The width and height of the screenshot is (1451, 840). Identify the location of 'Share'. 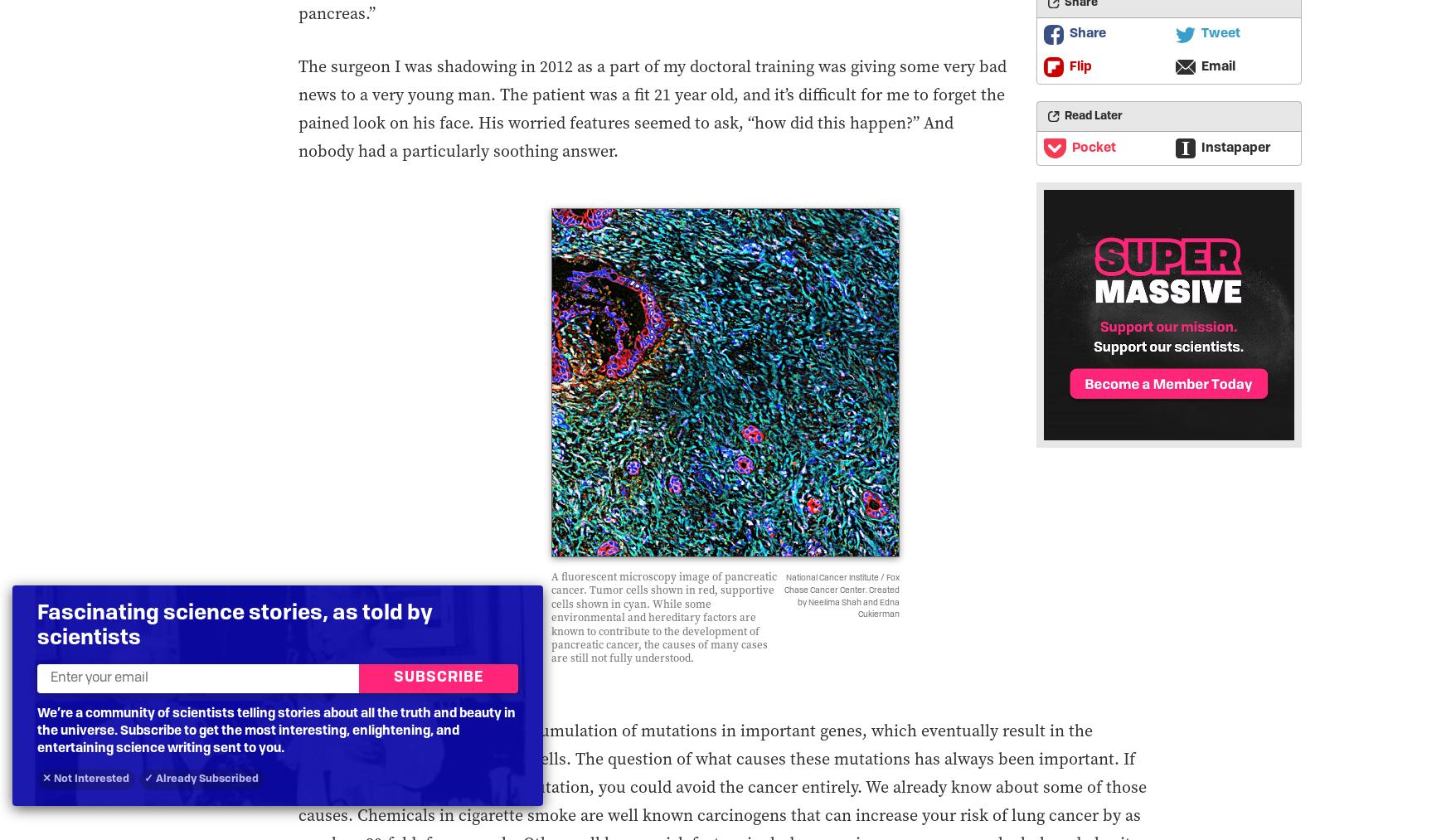
(1086, 33).